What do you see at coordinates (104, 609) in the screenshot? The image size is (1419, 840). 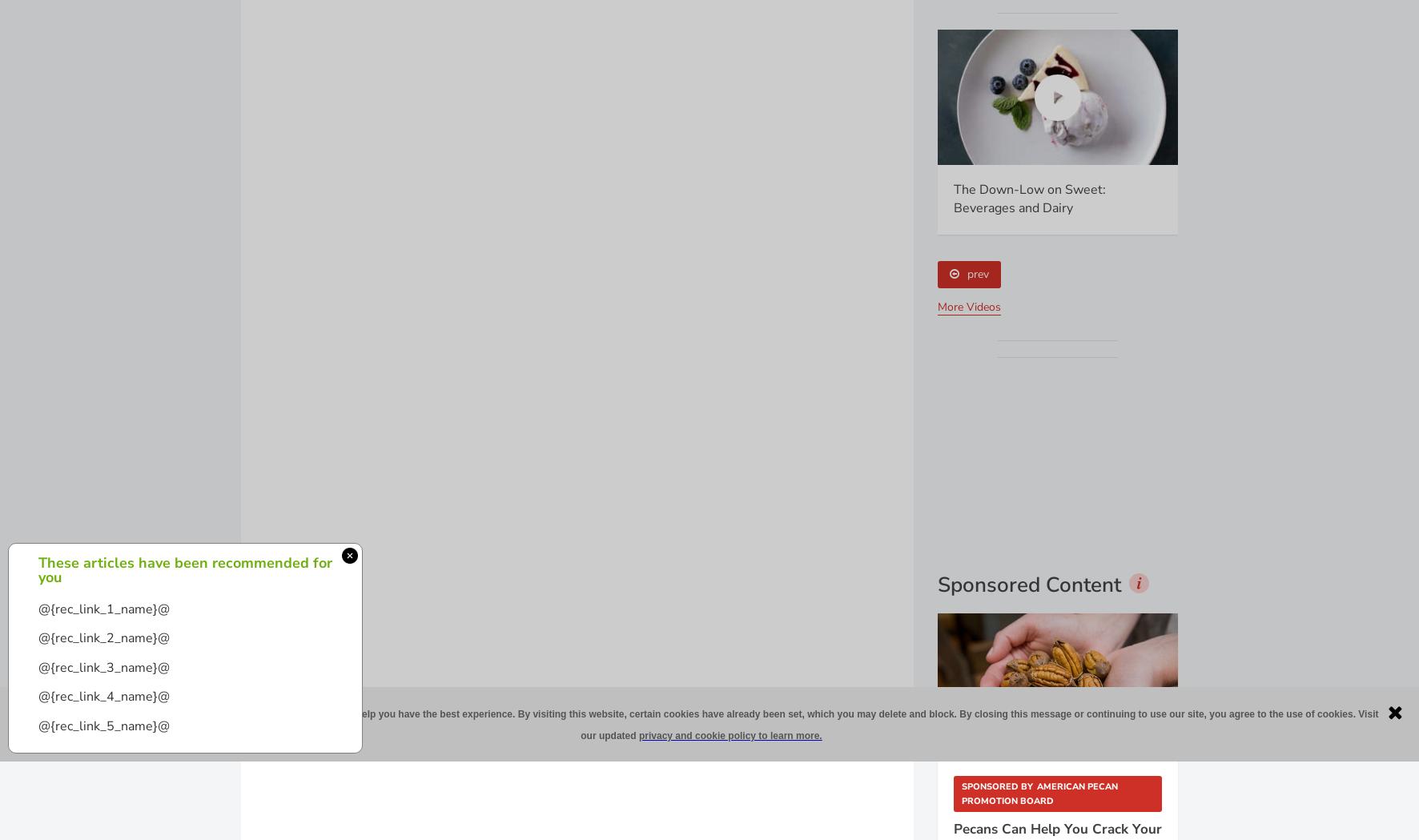 I see `'@{rec_link_1_name}@'` at bounding box center [104, 609].